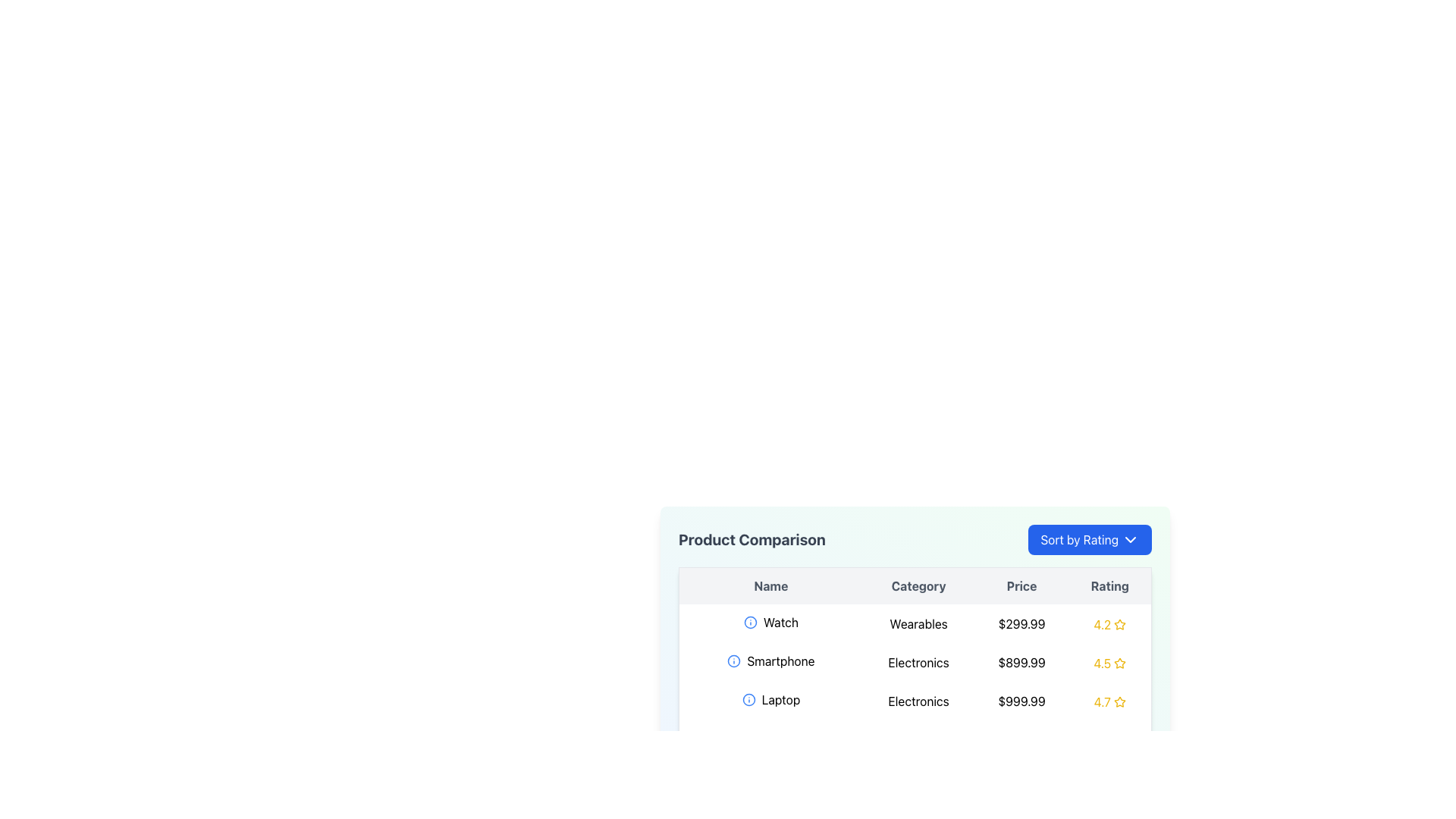  Describe the element at coordinates (914, 623) in the screenshot. I see `the first table row displaying the product 'Watch', categorized under 'Wearables', priced at '$299.99', and rated 4.2 stars` at that location.